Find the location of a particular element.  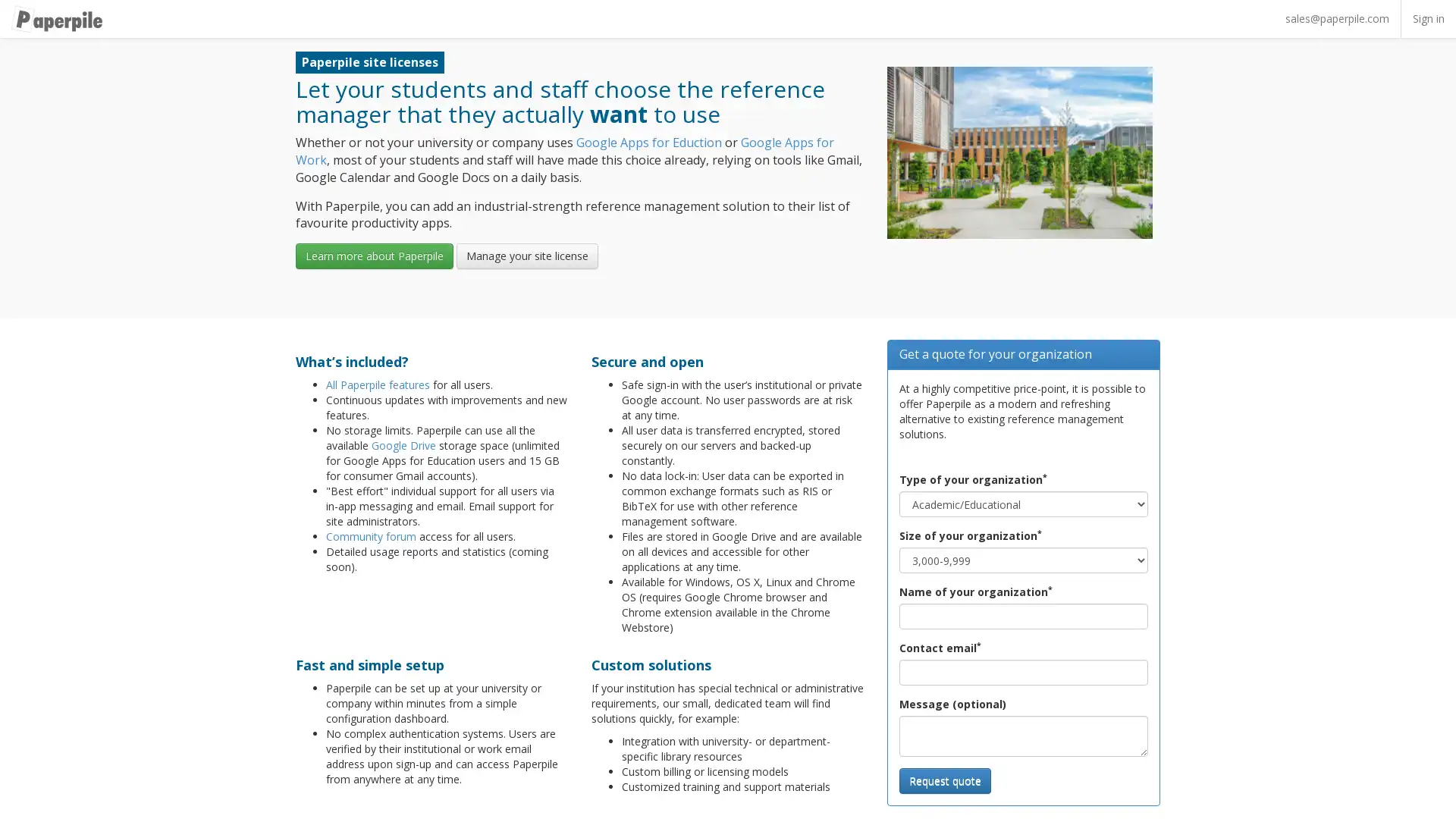

Manage your site license is located at coordinates (527, 256).